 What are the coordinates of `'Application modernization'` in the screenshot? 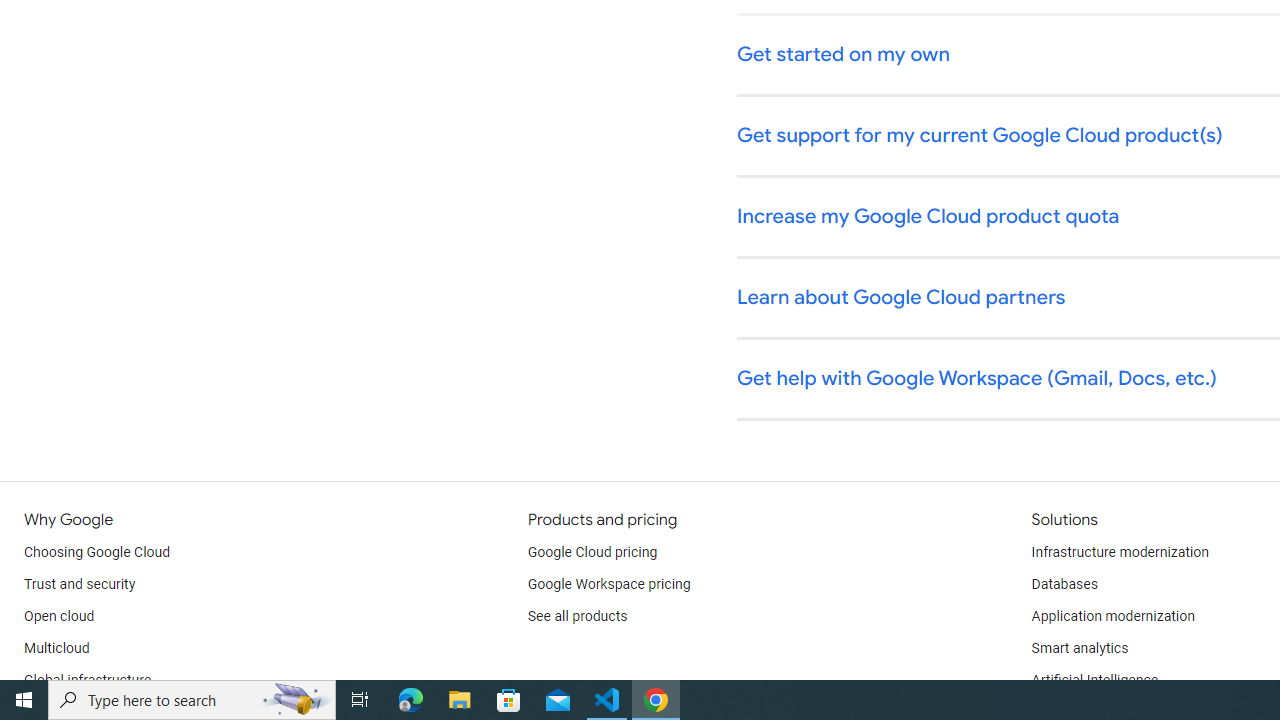 It's located at (1111, 616).